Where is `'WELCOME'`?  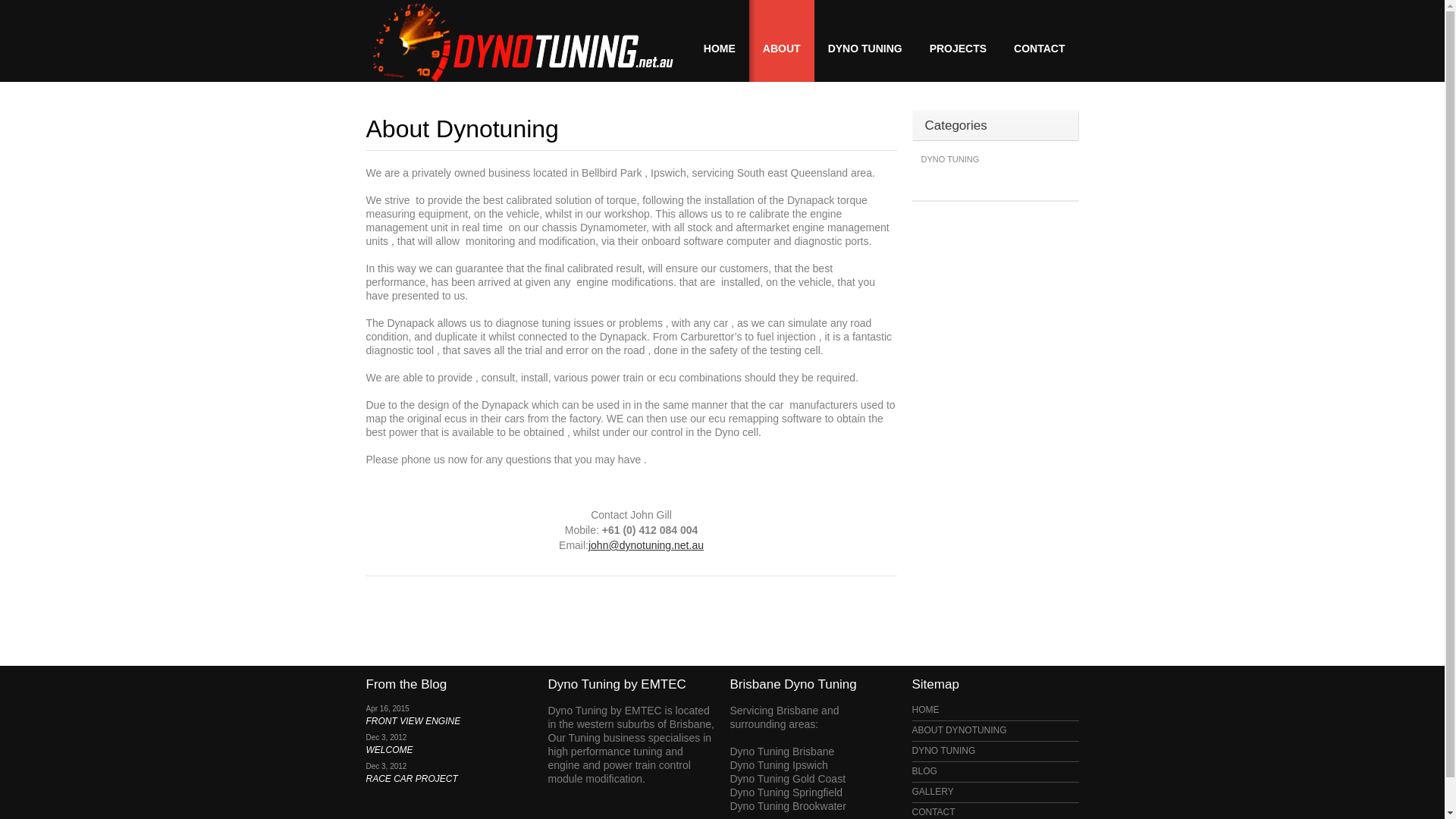 'WELCOME' is located at coordinates (365, 748).